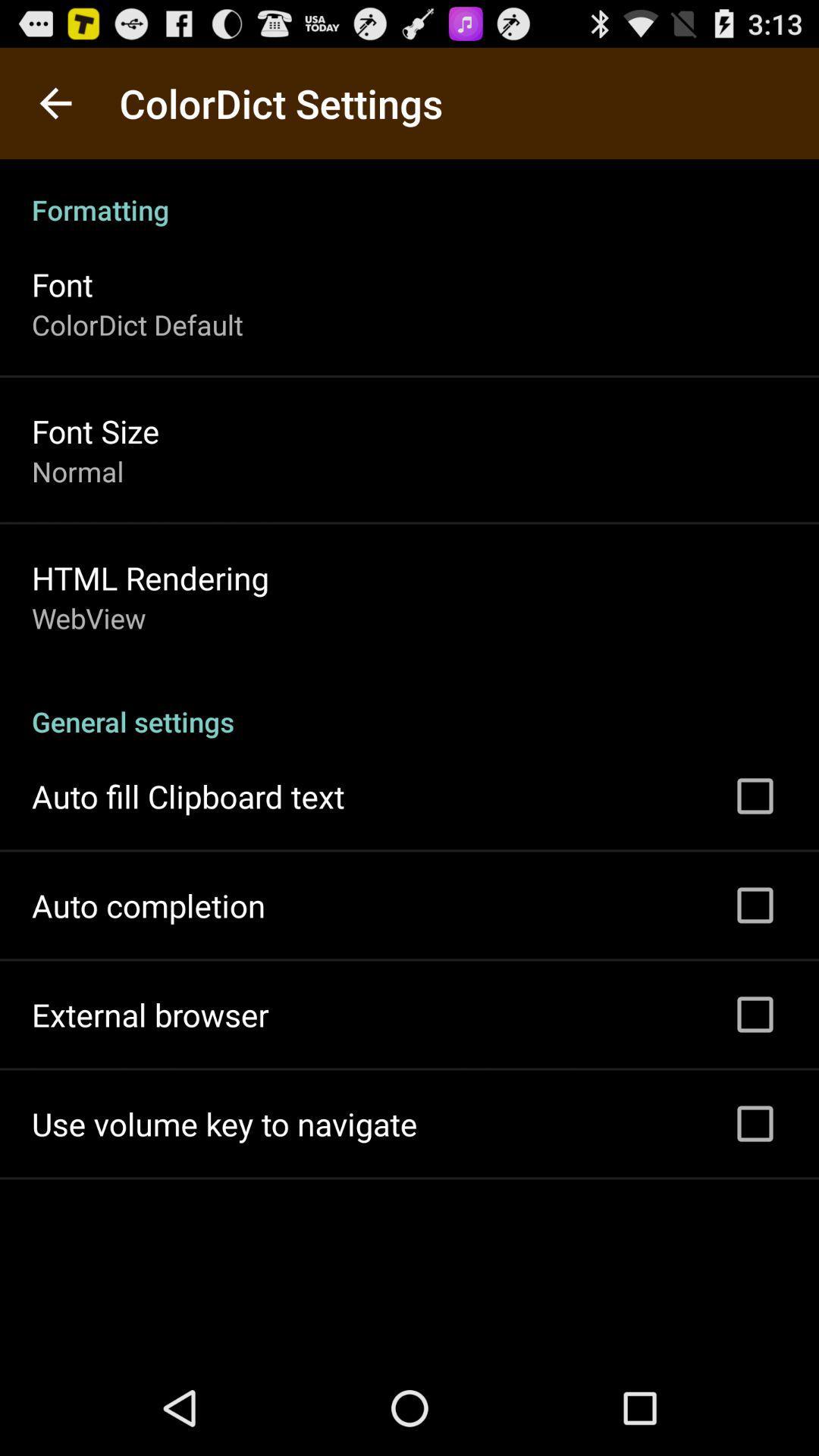 The width and height of the screenshot is (819, 1456). Describe the element at coordinates (224, 1124) in the screenshot. I see `the use volume key` at that location.